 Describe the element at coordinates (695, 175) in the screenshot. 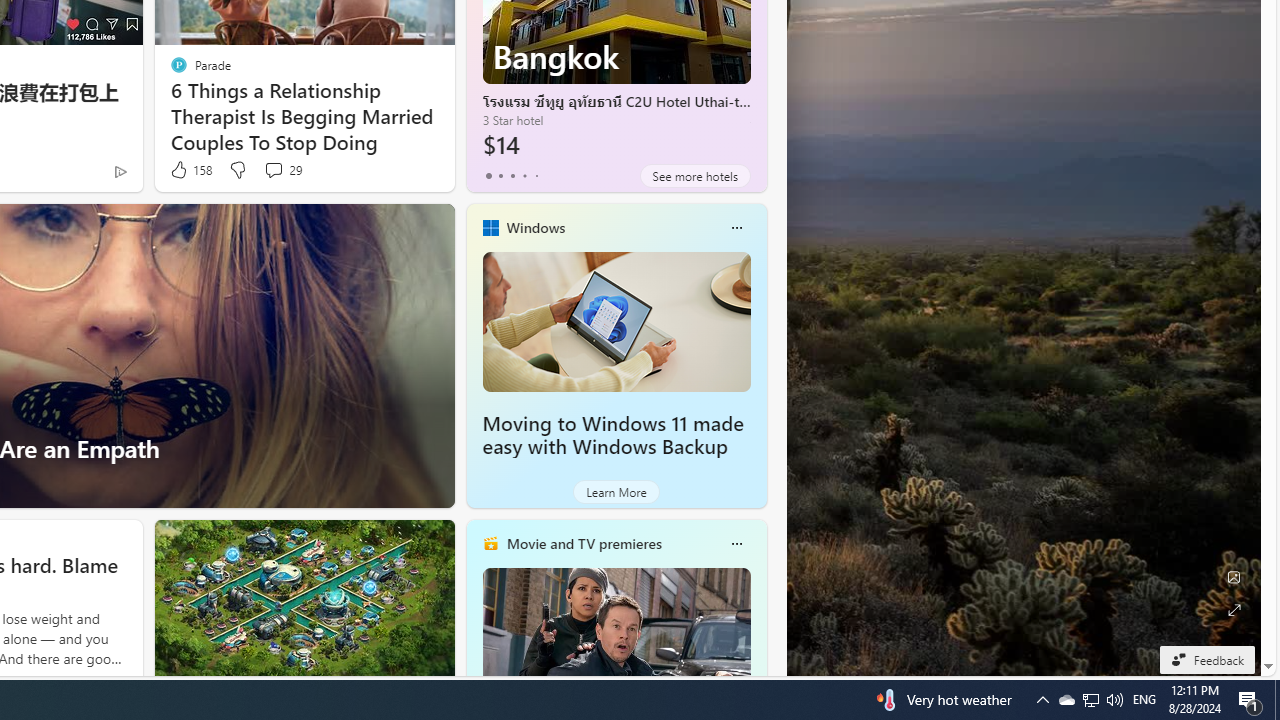

I see `'See more hotels'` at that location.